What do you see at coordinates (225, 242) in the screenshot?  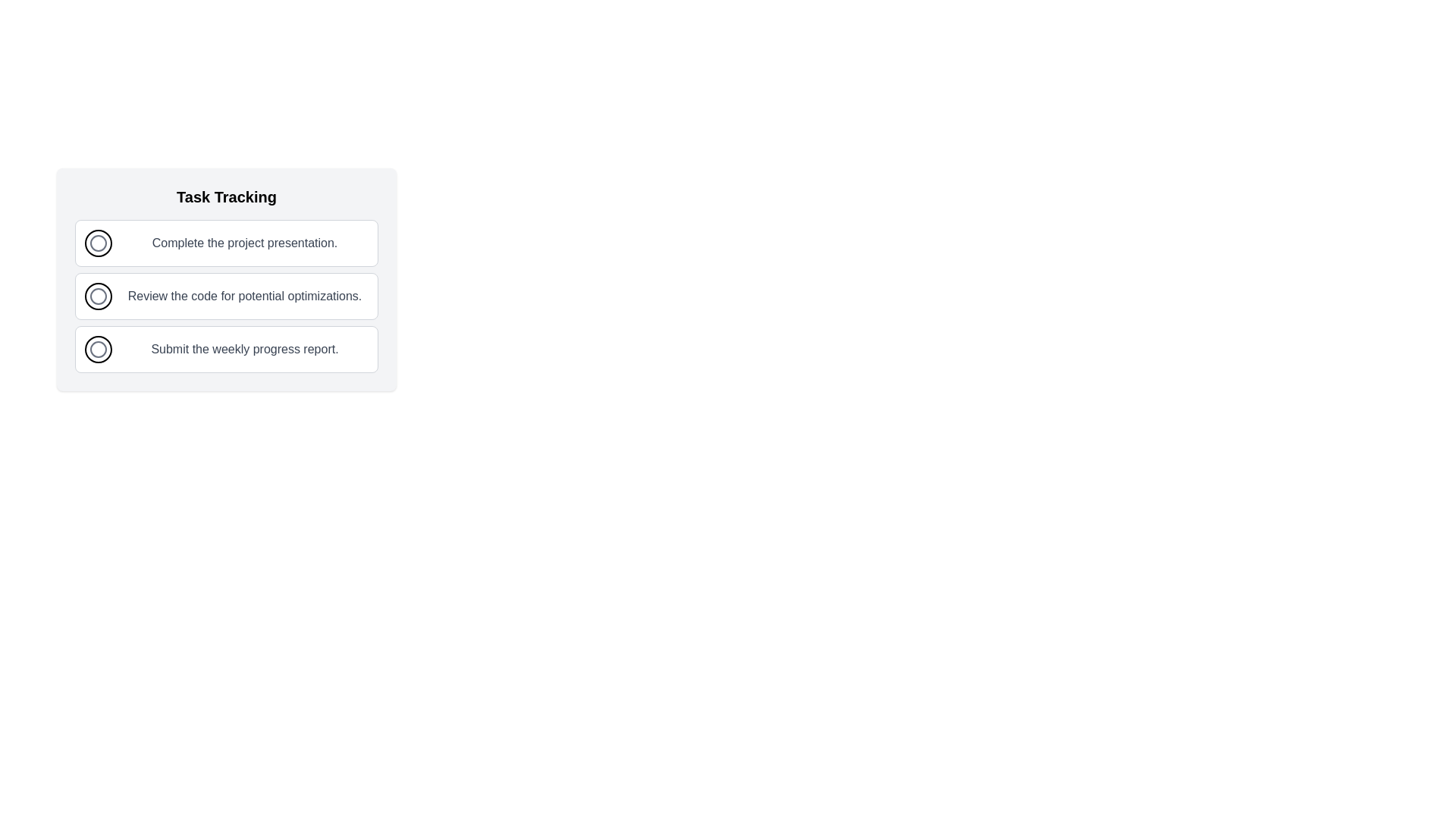 I see `the first To-do list item labeled 'Complete the project presentation.' to trigger a tooltip` at bounding box center [225, 242].